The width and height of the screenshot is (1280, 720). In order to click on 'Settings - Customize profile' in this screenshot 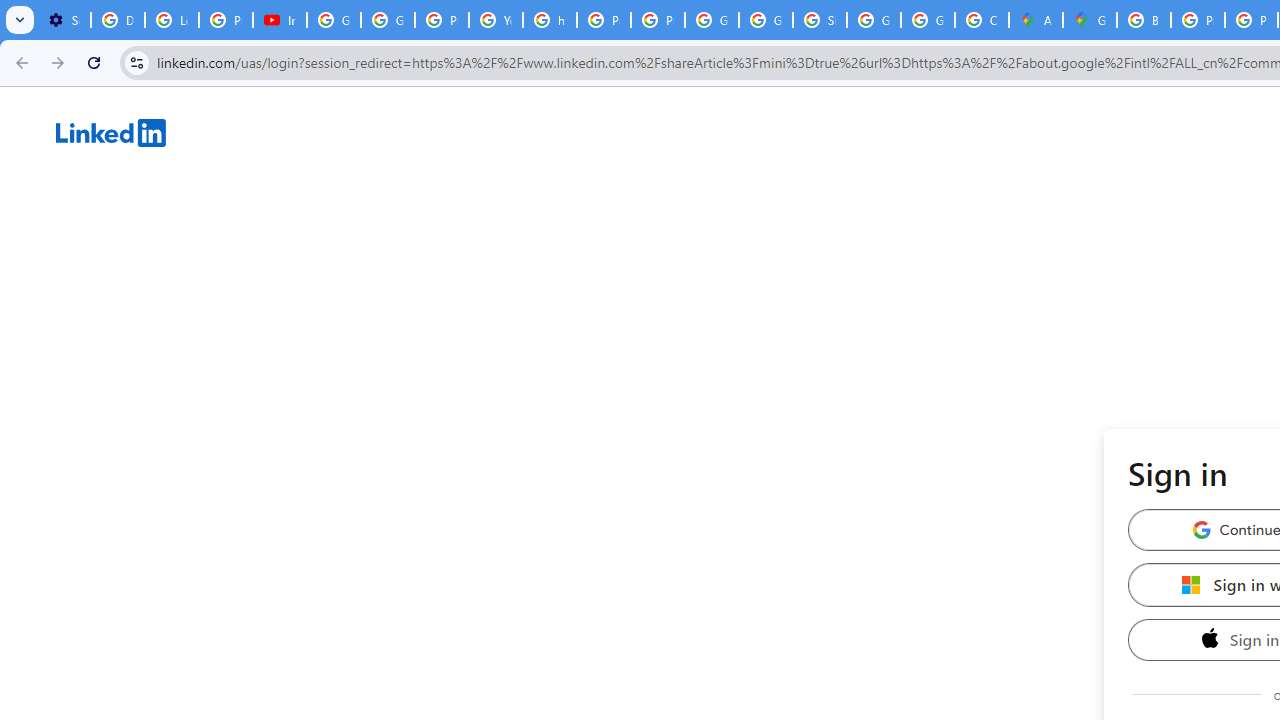, I will do `click(64, 20)`.